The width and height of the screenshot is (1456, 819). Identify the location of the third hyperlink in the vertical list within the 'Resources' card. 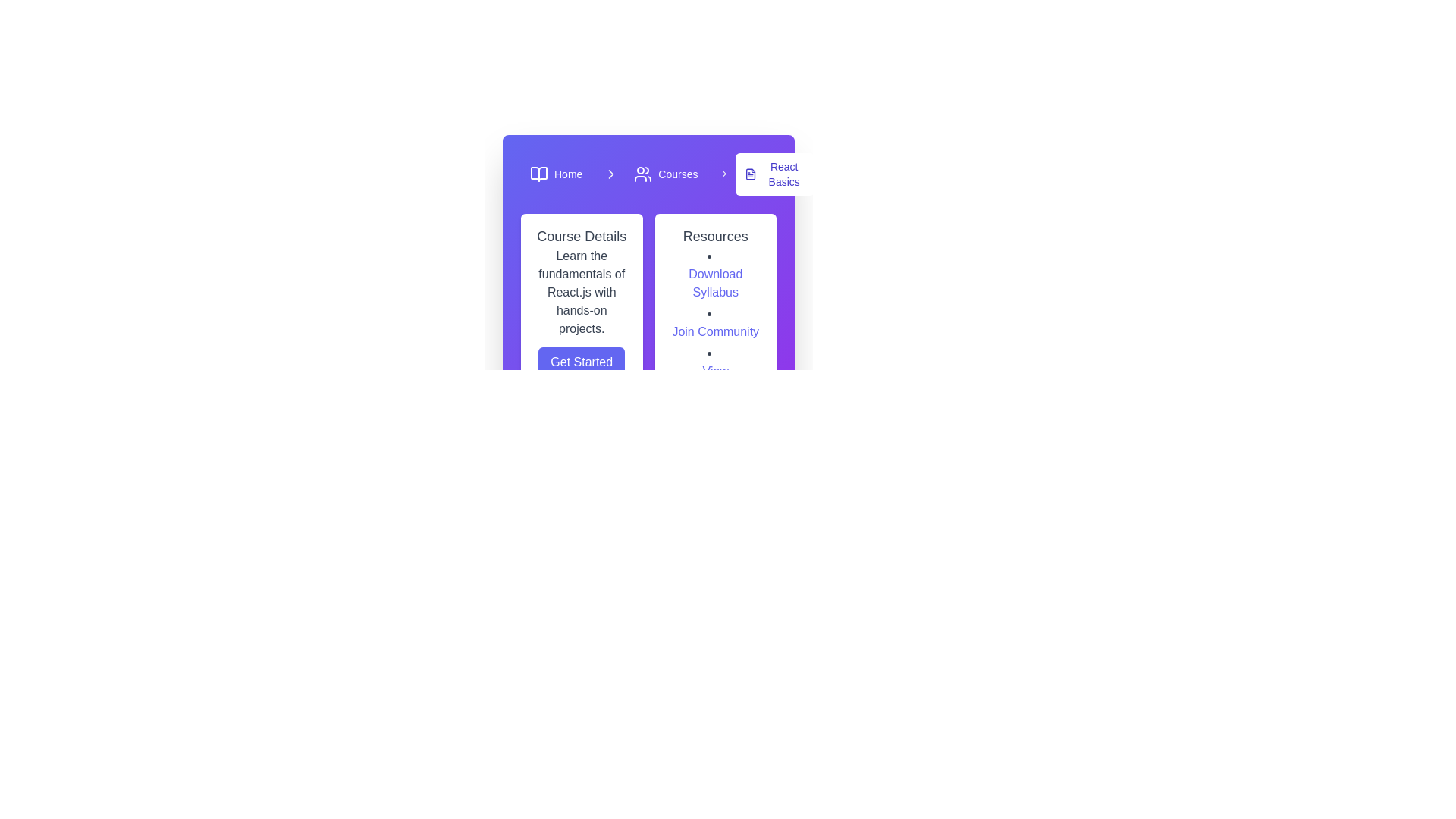
(714, 379).